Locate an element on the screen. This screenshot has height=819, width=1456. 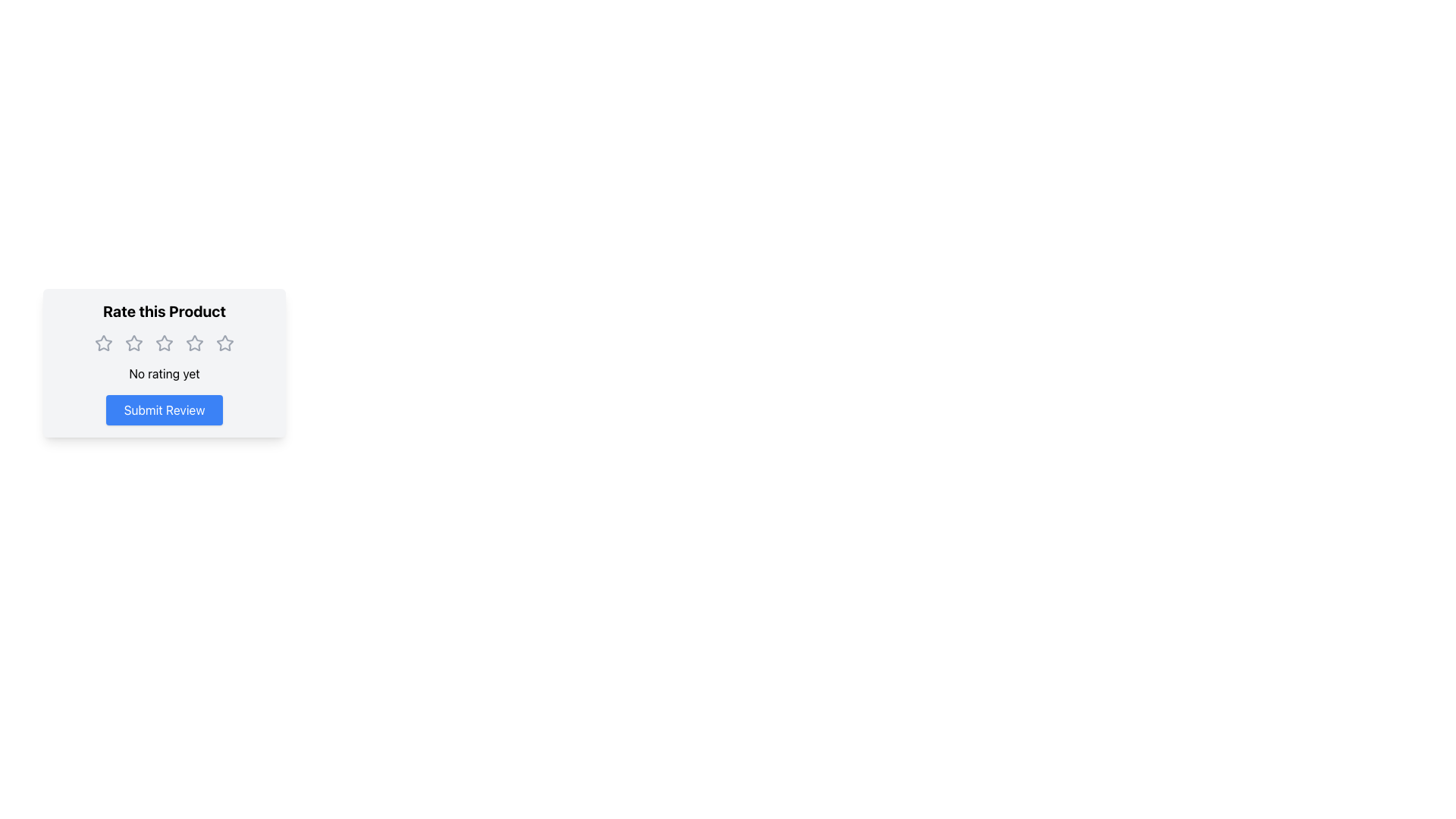
the first star icon in the 'Rate this Product' section is located at coordinates (103, 343).